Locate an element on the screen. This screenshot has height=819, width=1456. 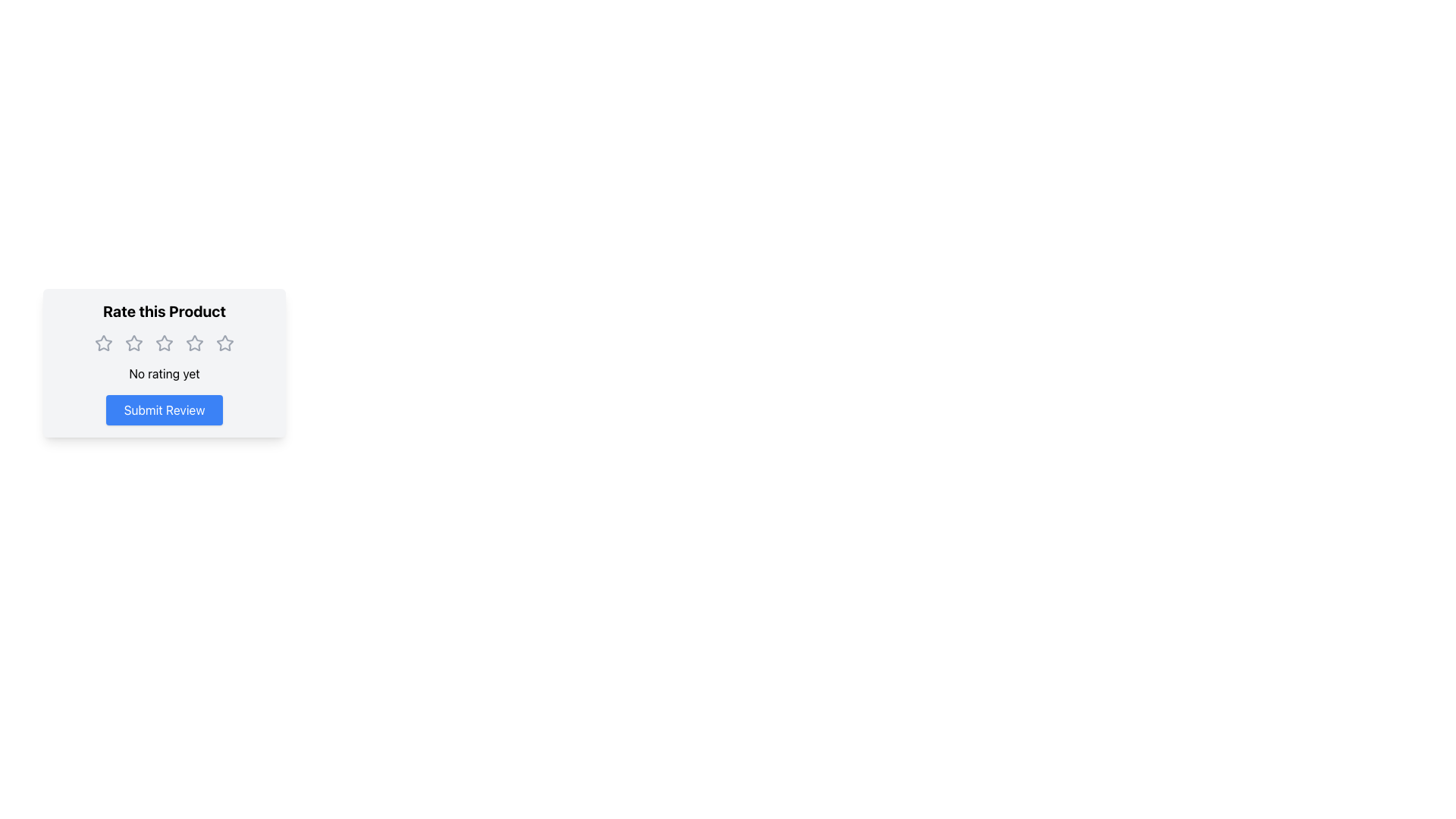
the first star icon in the 'Rate this Product' section is located at coordinates (103, 343).